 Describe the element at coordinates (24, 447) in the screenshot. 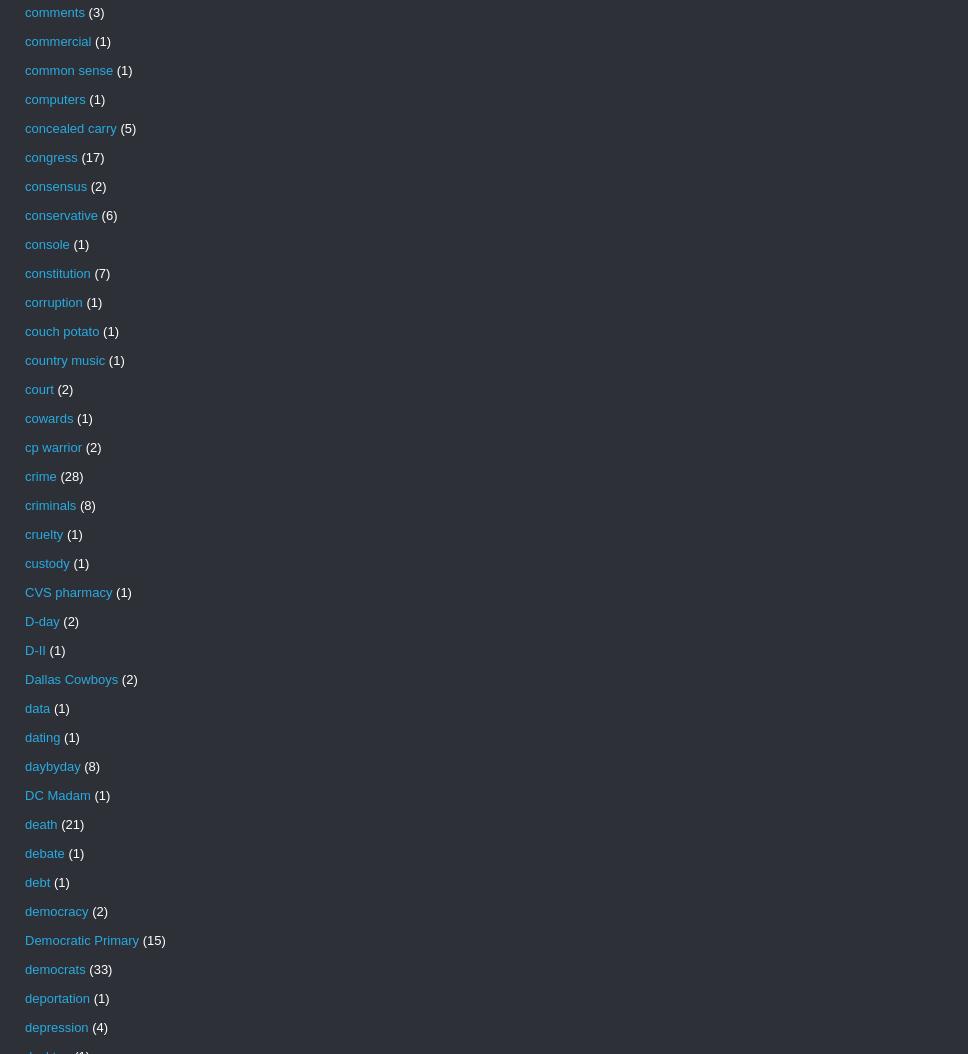

I see `'cp warrior'` at that location.